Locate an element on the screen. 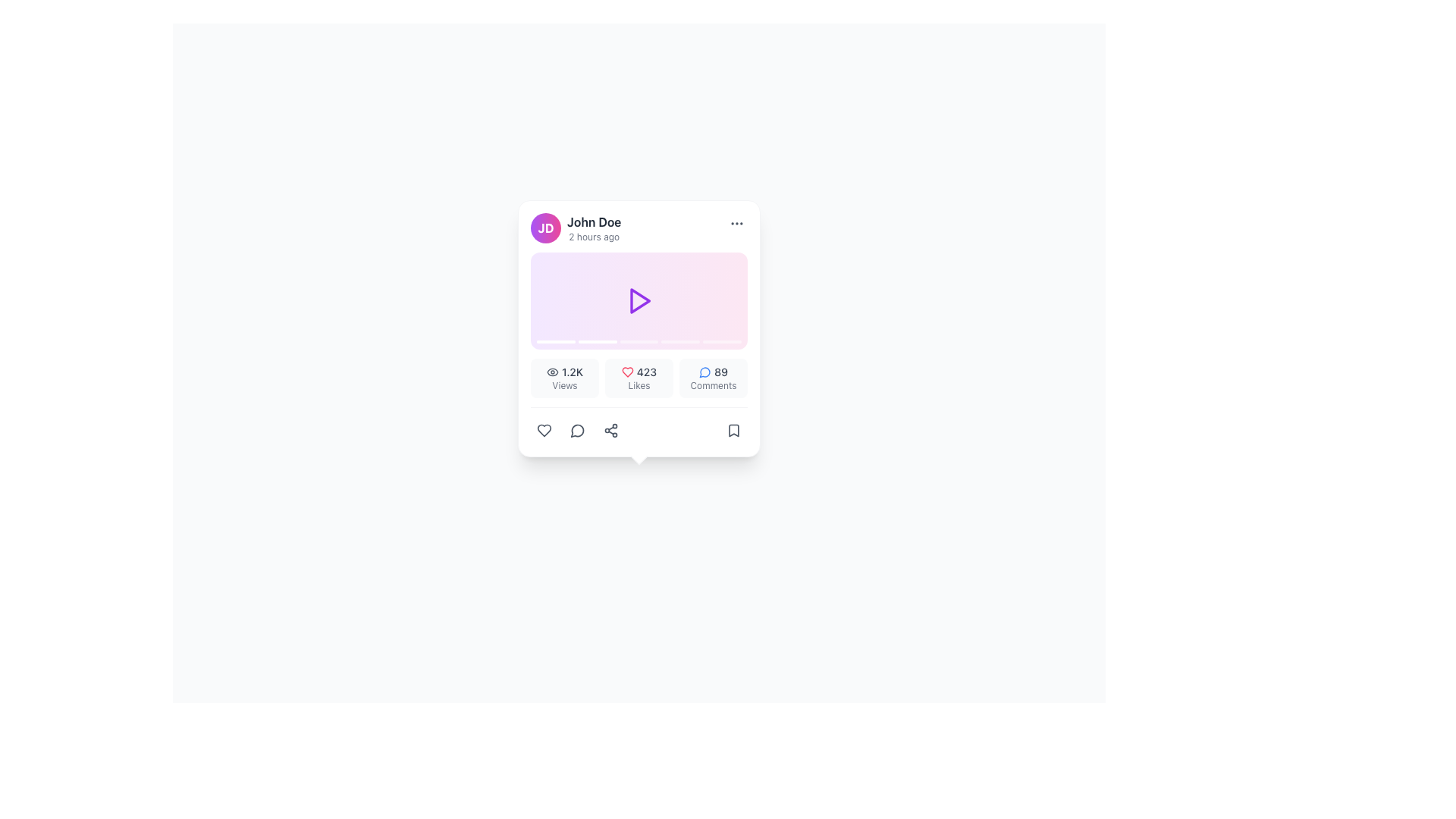 Image resolution: width=1456 pixels, height=819 pixels. the appearance of the heart icon that indicates 'likes' on the content, located to the left of the number '423' within the post-like UI card is located at coordinates (627, 372).